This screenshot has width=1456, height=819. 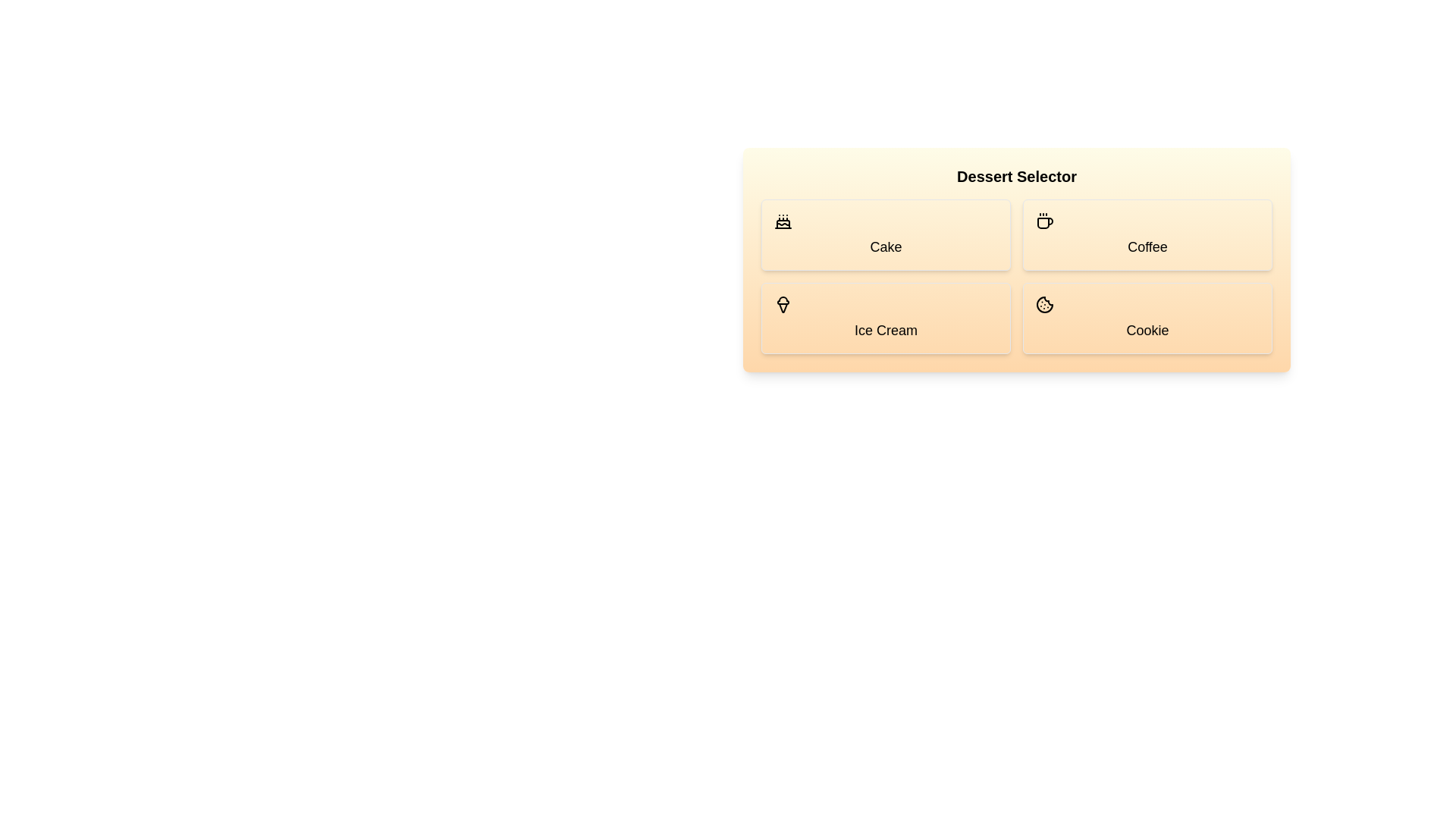 What do you see at coordinates (1147, 234) in the screenshot?
I see `the dessert Coffee by clicking its button` at bounding box center [1147, 234].